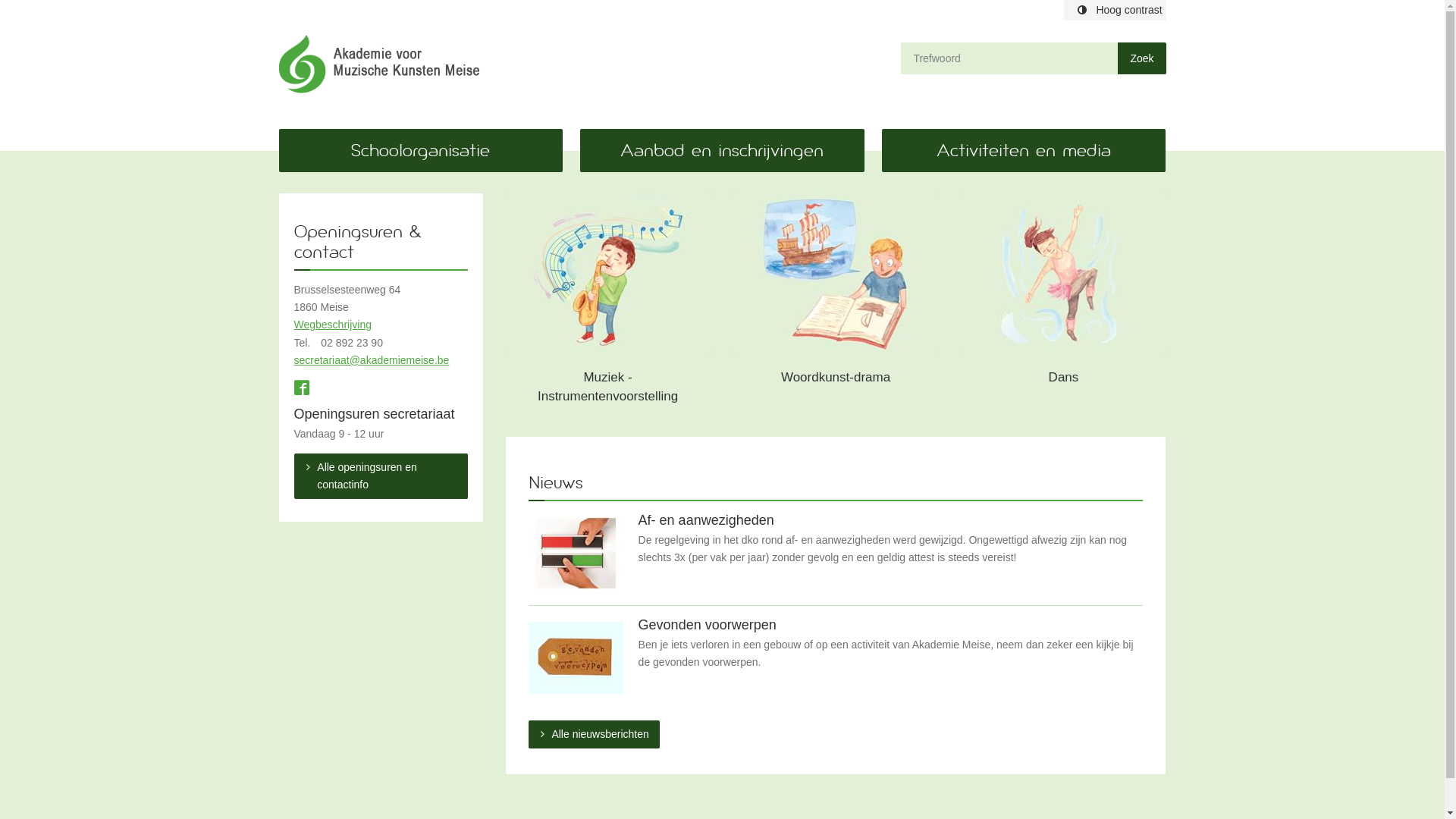 The width and height of the screenshot is (1456, 819). Describe the element at coordinates (381, 475) in the screenshot. I see `'Alle openingsuren en contactinfo'` at that location.